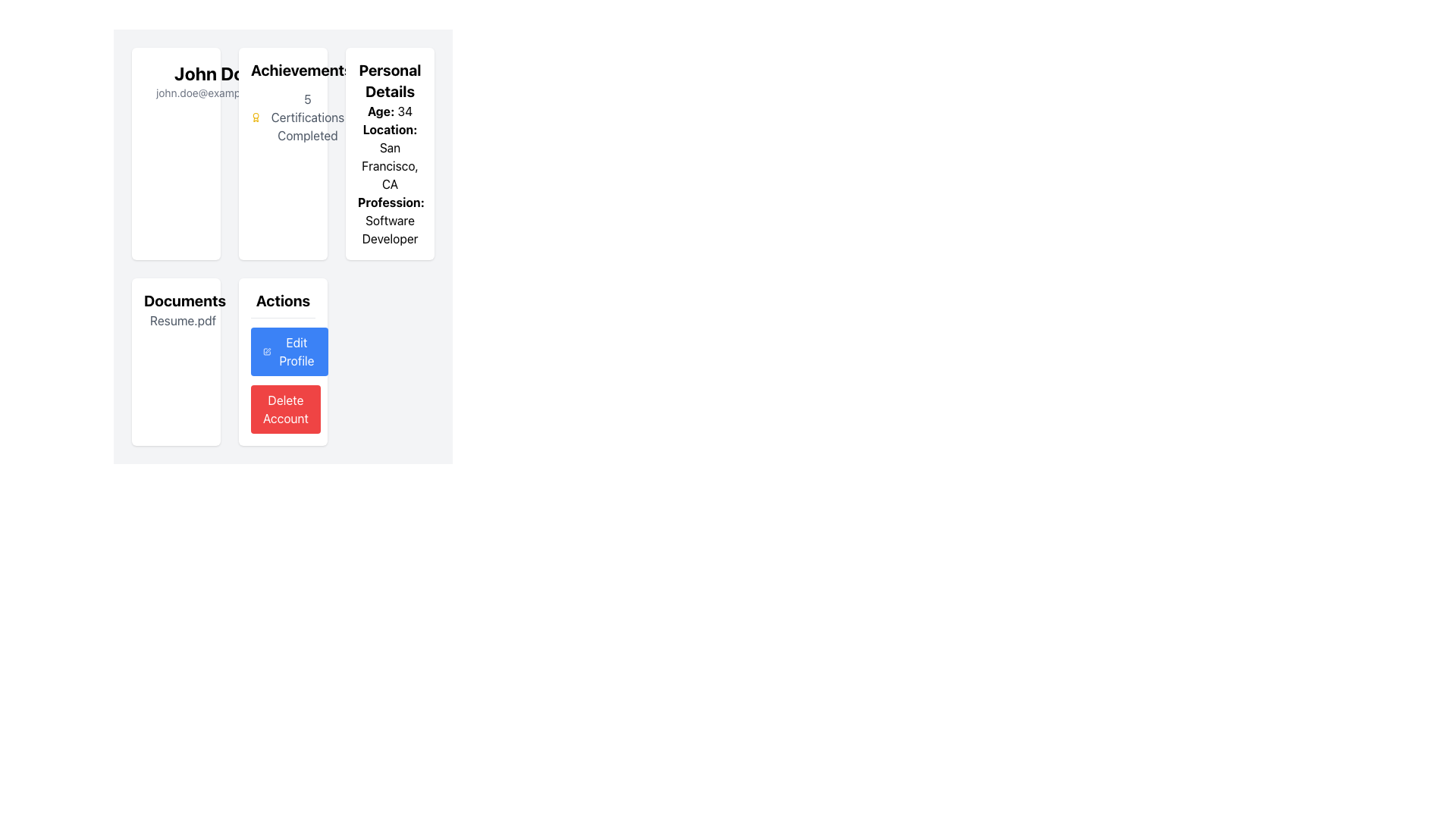 The height and width of the screenshot is (819, 1456). I want to click on text label within the button-like component located in the 'Actions' section, specifically the second element below the 'Edit Profile' button, so click(285, 409).